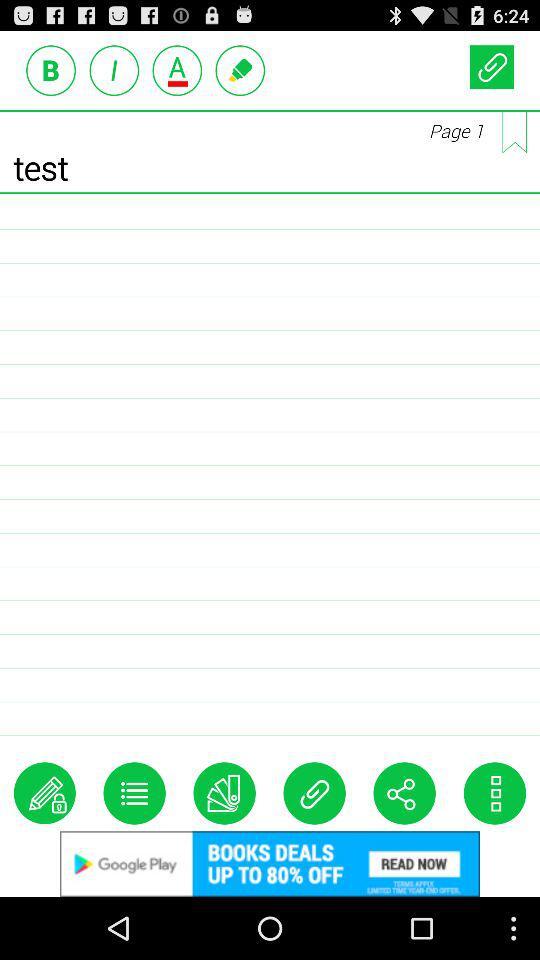 Image resolution: width=540 pixels, height=960 pixels. Describe the element at coordinates (493, 793) in the screenshot. I see `customize option` at that location.